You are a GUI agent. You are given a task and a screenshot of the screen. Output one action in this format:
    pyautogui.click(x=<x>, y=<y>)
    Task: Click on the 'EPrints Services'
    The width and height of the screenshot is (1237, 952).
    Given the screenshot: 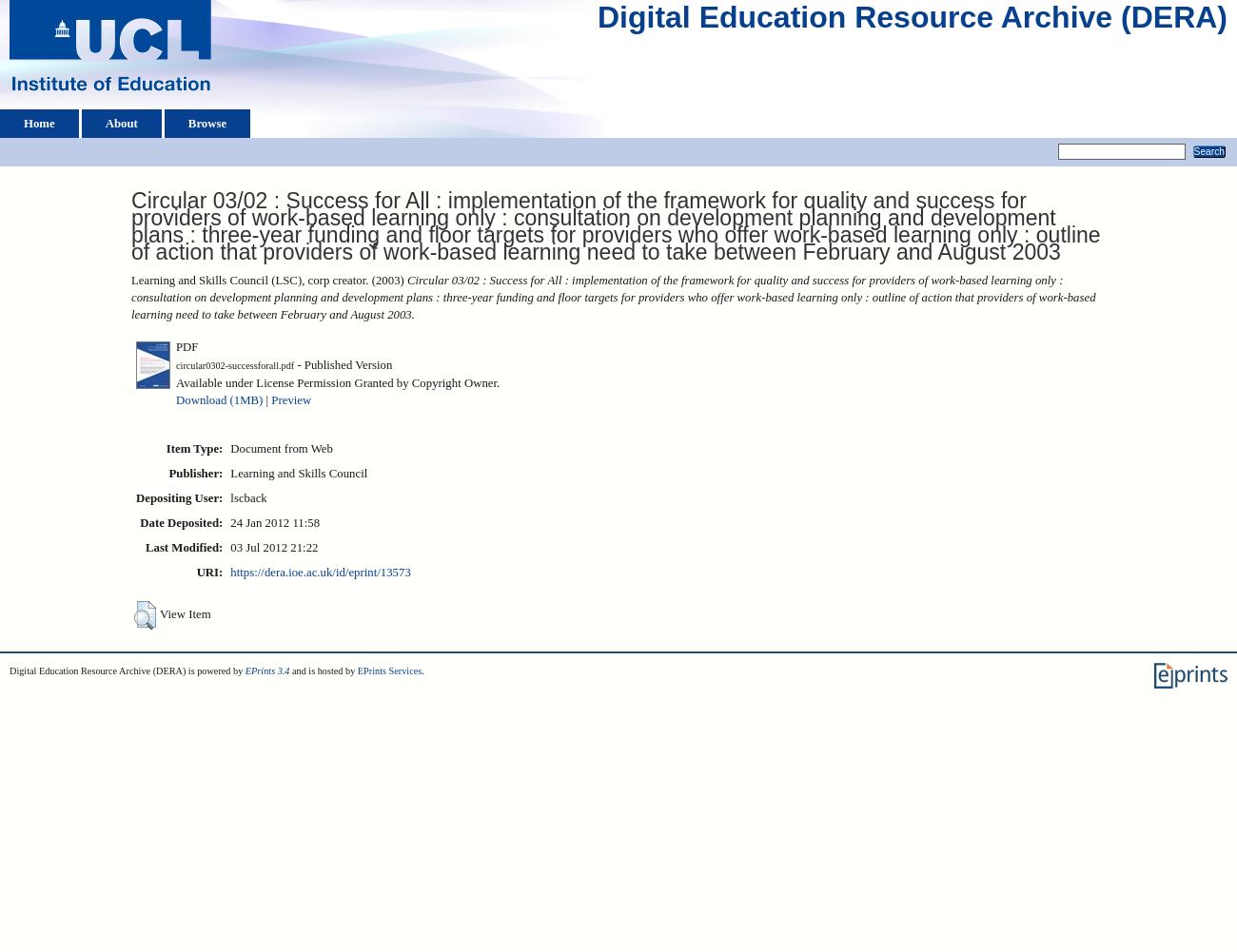 What is the action you would take?
    pyautogui.click(x=388, y=670)
    